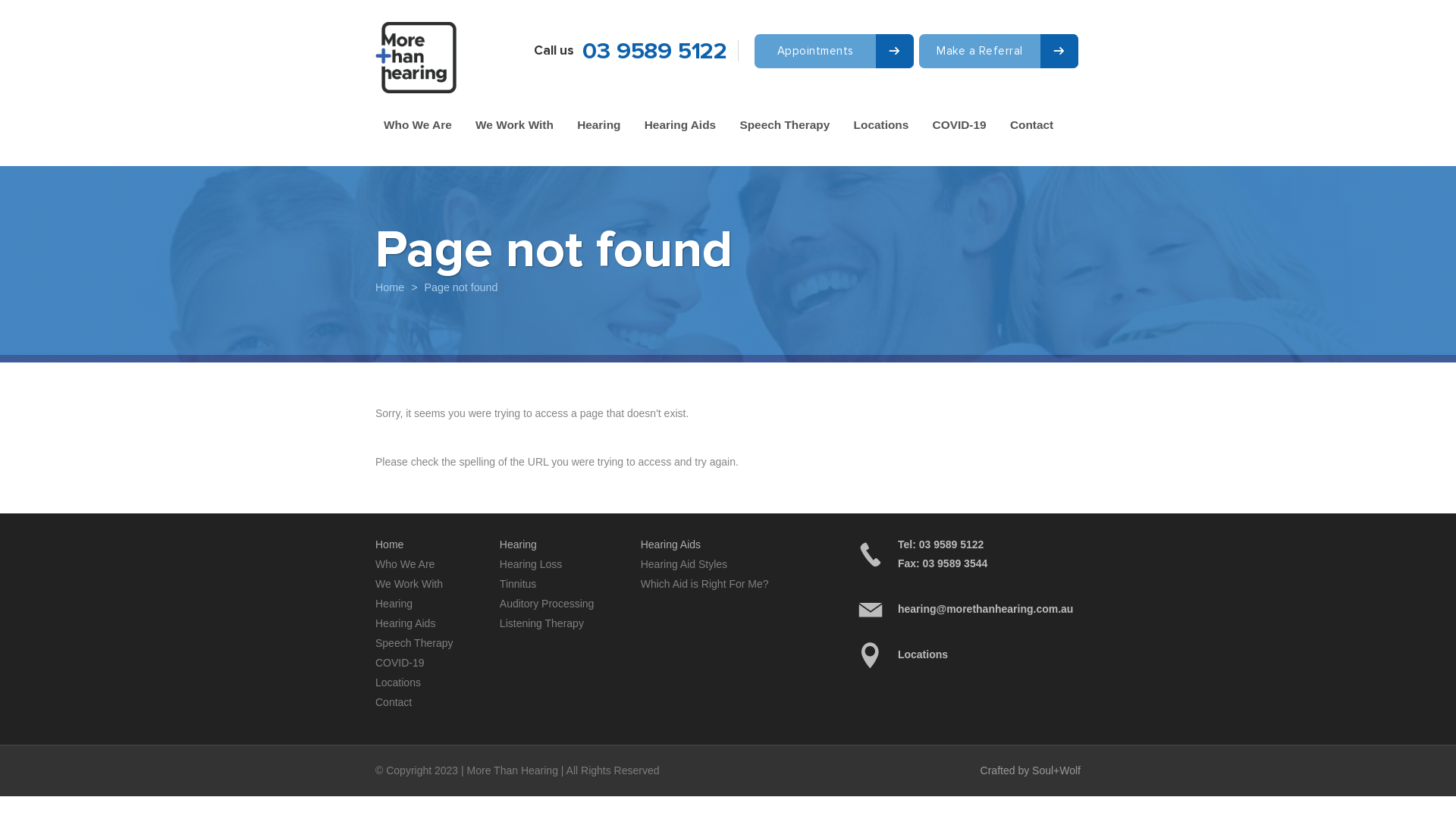 The image size is (1456, 819). What do you see at coordinates (728, 124) in the screenshot?
I see `'Speech Therapy'` at bounding box center [728, 124].